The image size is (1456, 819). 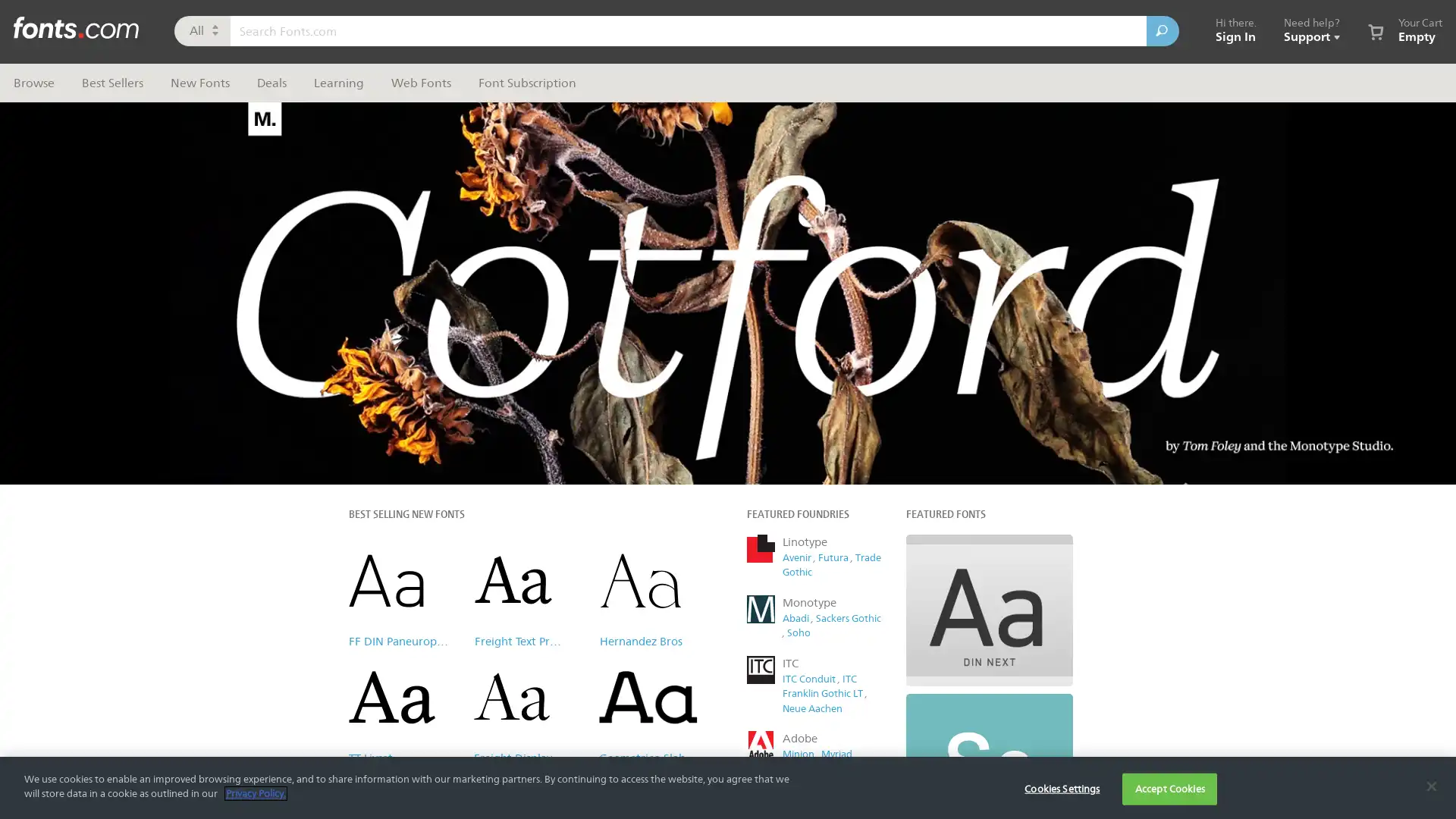 I want to click on Subscribe, so click(x=879, y=391).